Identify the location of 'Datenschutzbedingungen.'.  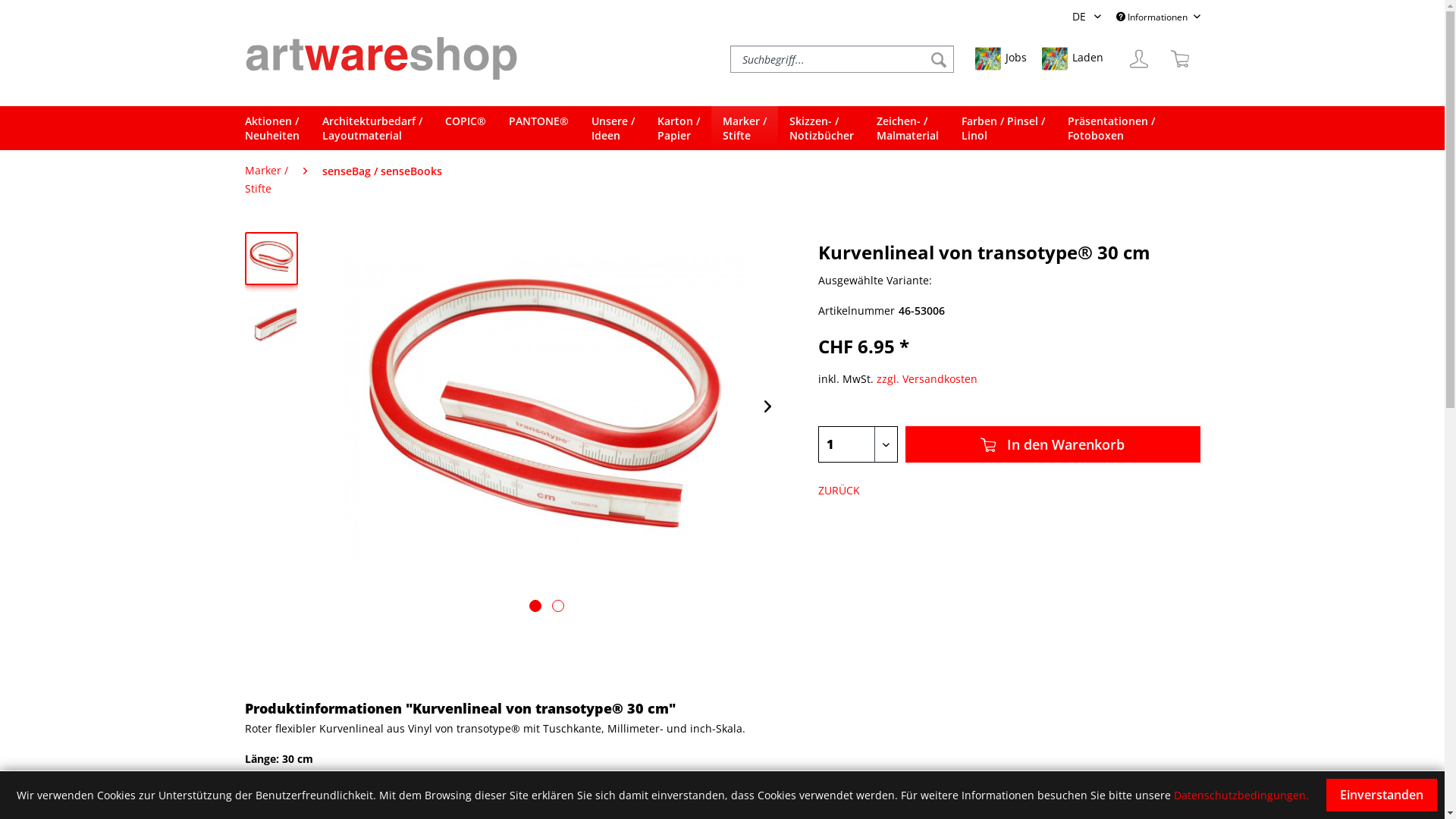
(1241, 794).